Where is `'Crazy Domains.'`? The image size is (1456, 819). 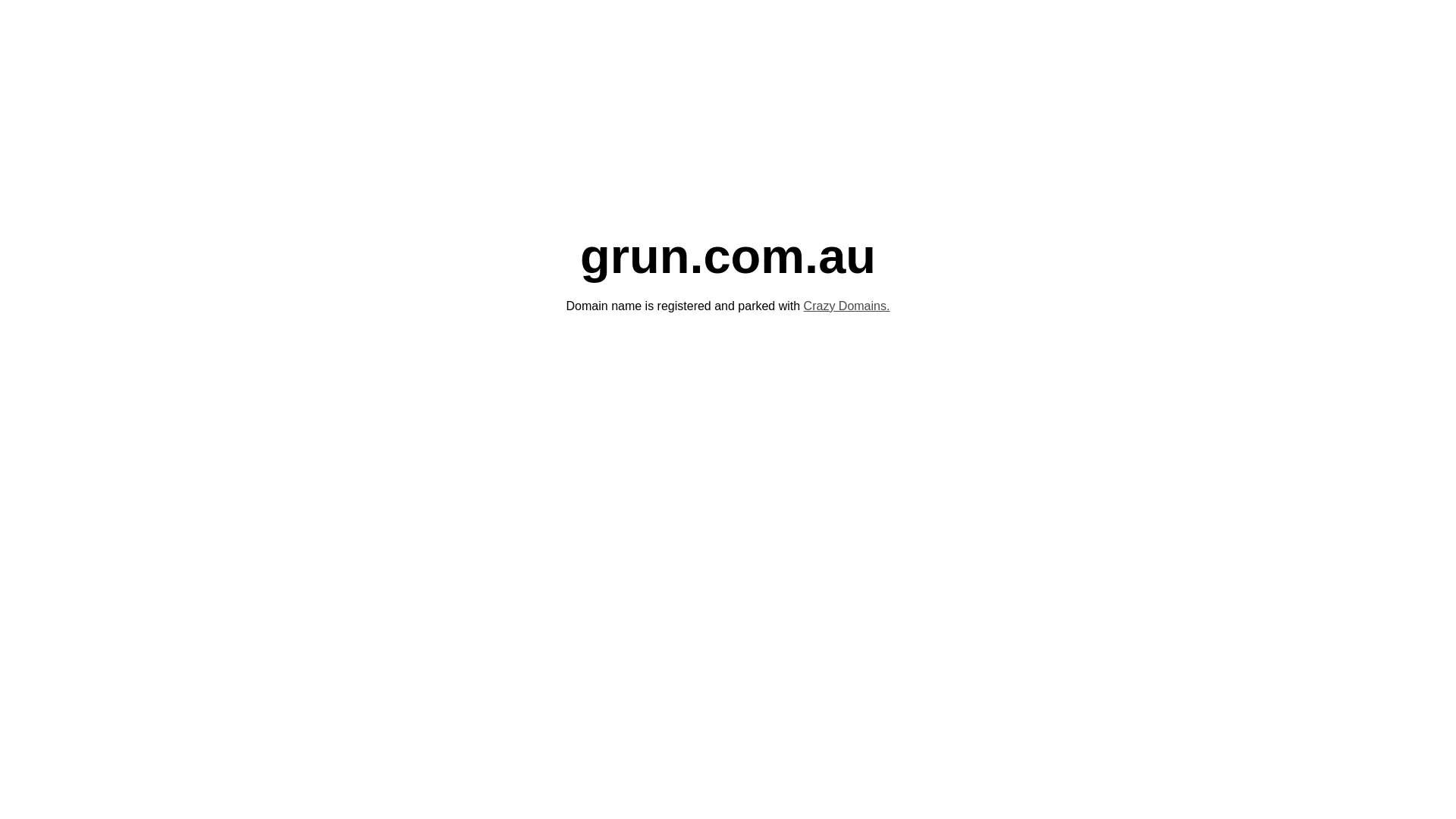
'Crazy Domains.' is located at coordinates (846, 306).